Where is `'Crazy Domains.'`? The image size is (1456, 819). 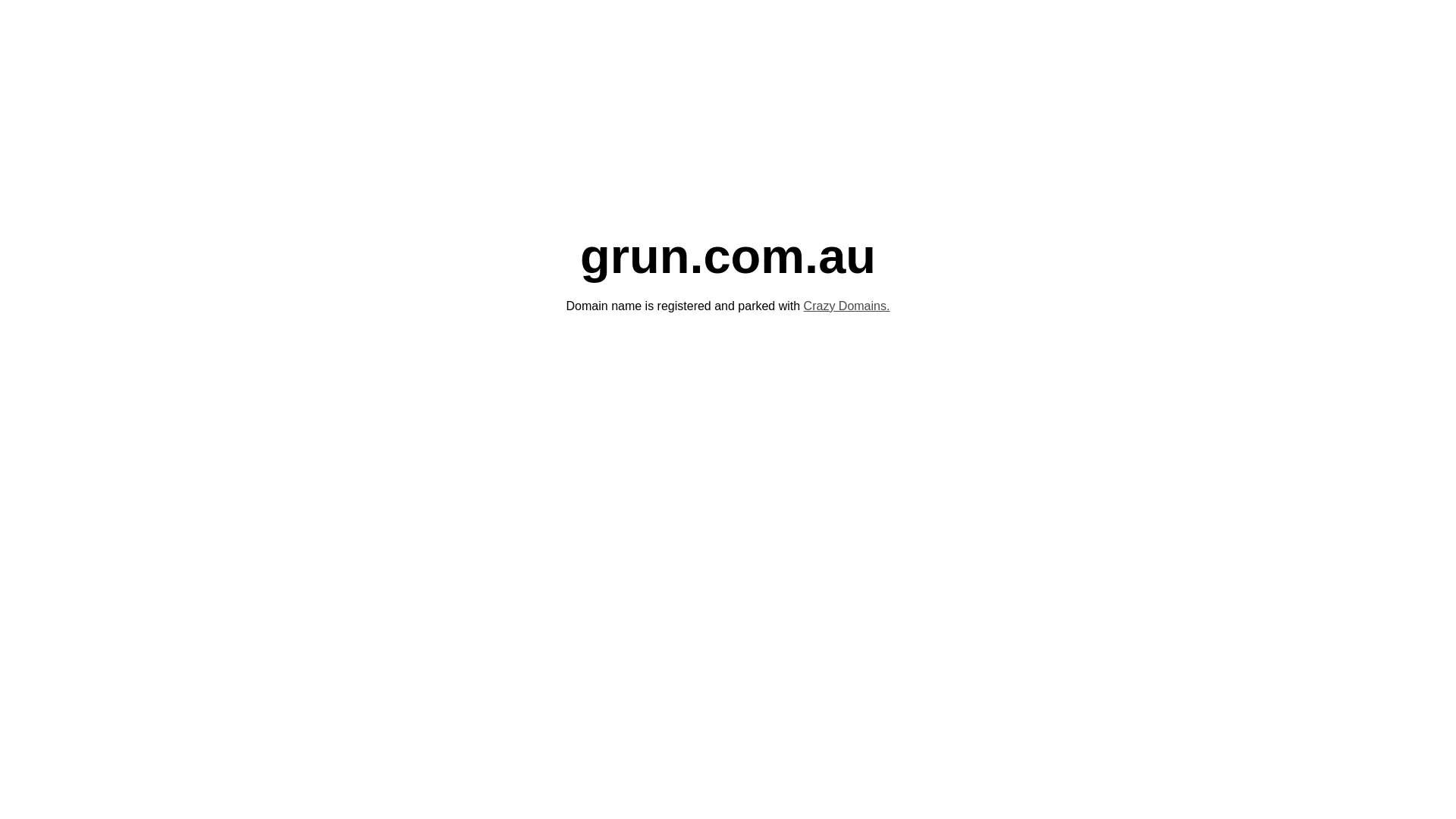
'Crazy Domains.' is located at coordinates (846, 306).